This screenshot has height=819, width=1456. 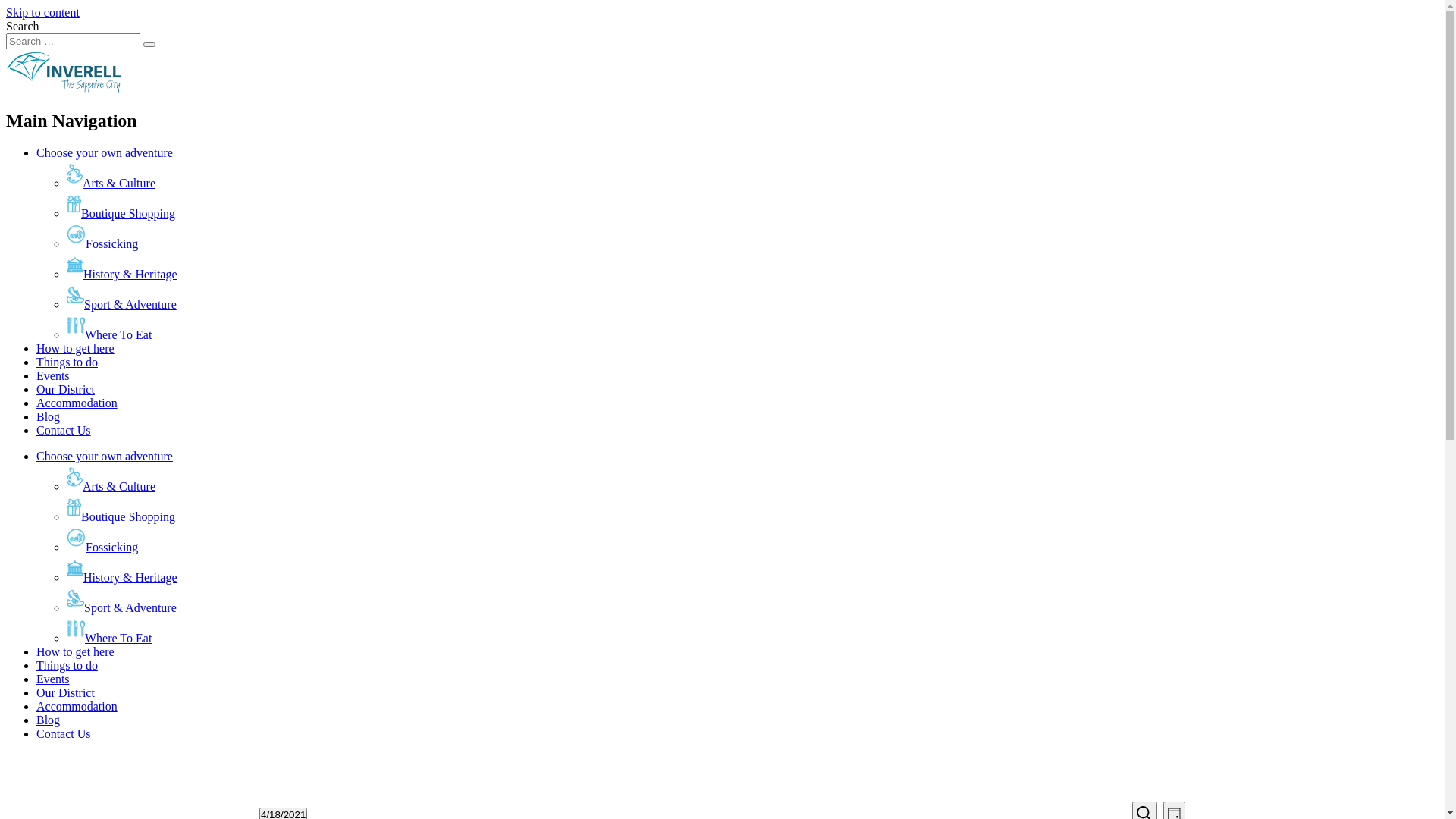 I want to click on 'Arts & Culture', so click(x=110, y=182).